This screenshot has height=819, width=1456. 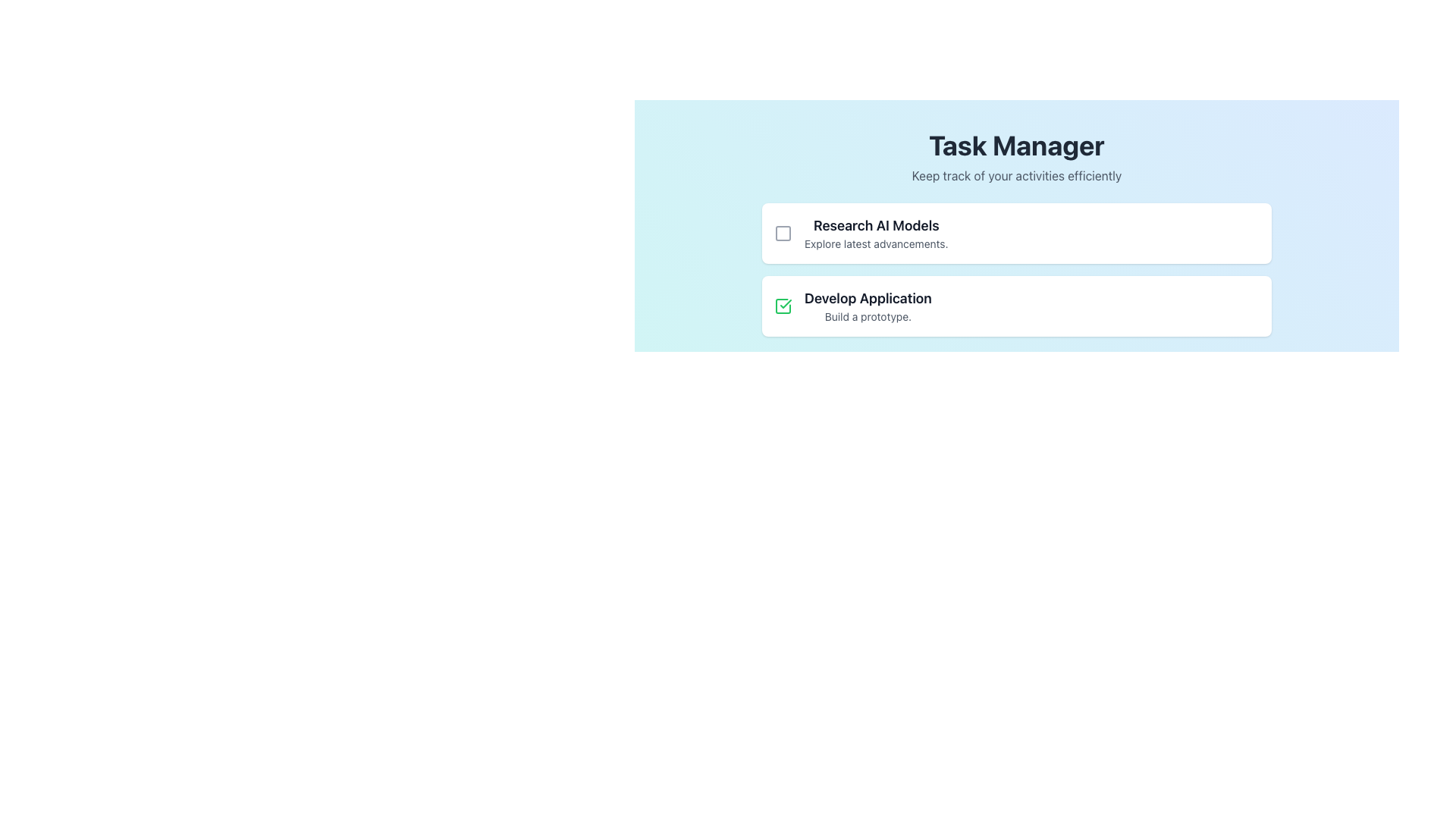 What do you see at coordinates (876, 234) in the screenshot?
I see `title 'Research AI Models' and subtitle 'Explore latest advancements.' from the textual content component located in the upper part of the content section beneath the 'Task Manager' header` at bounding box center [876, 234].